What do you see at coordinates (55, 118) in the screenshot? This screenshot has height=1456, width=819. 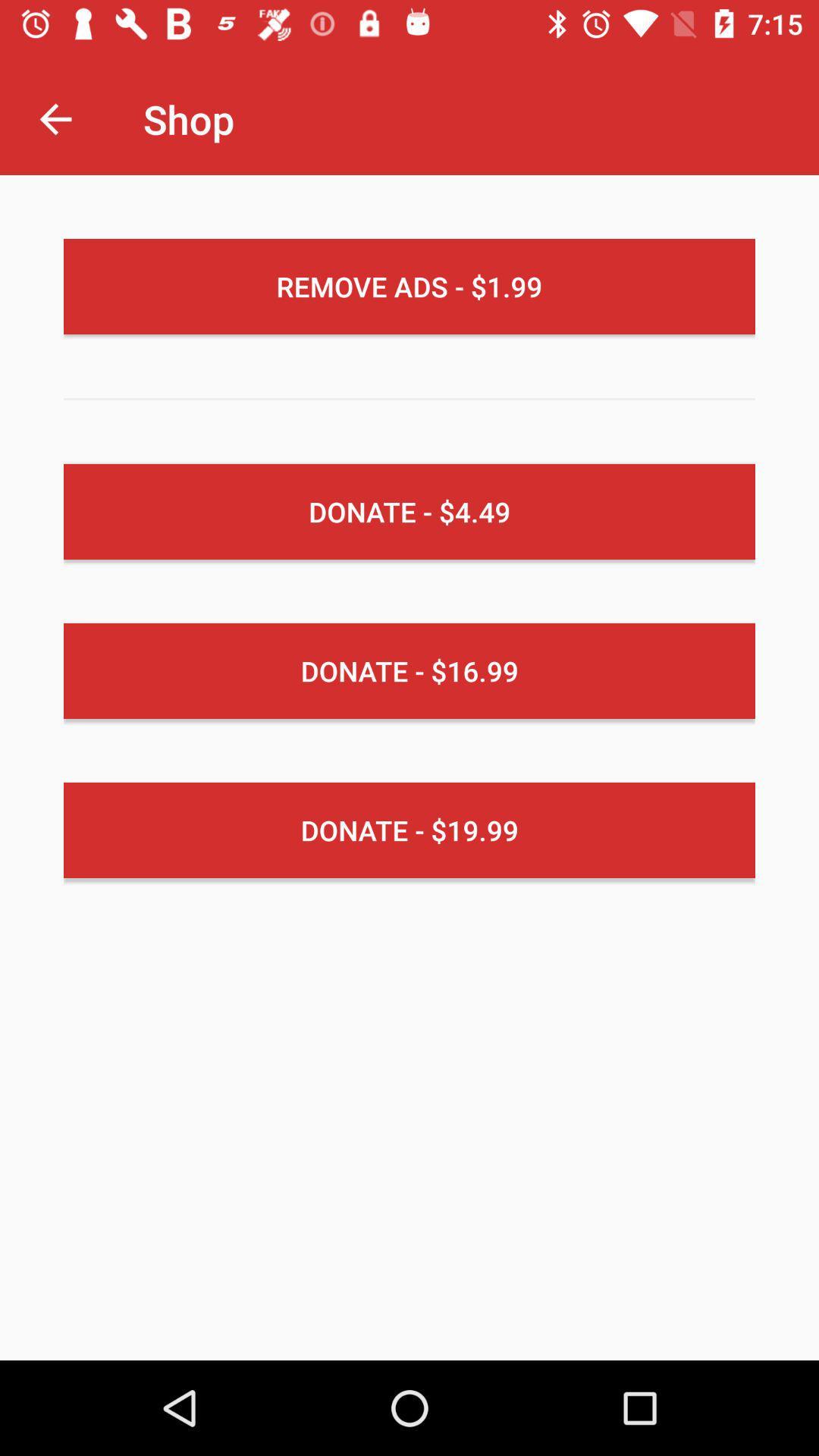 I see `the icon above remove ads 1 icon` at bounding box center [55, 118].